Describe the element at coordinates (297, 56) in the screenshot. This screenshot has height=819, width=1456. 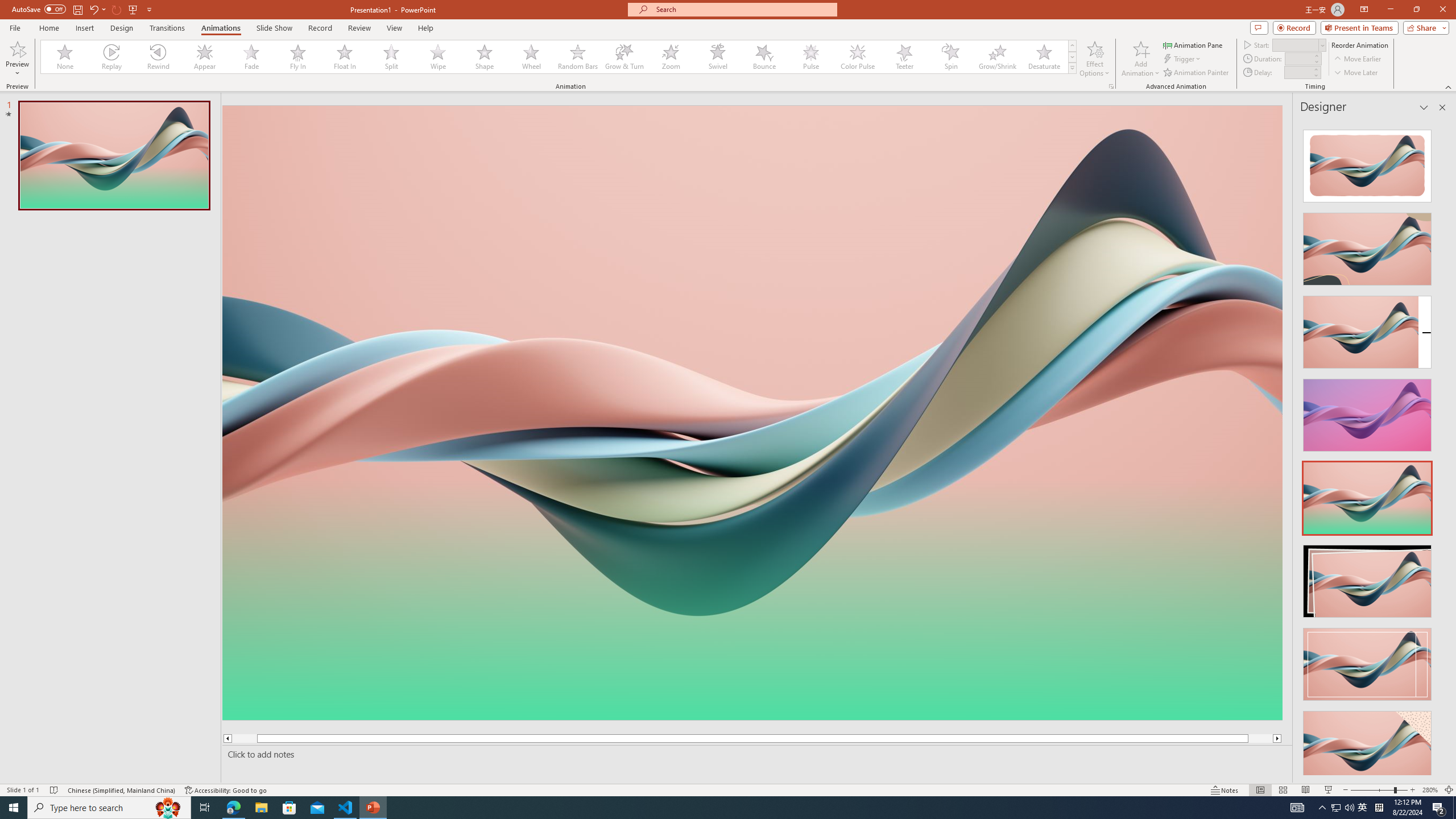
I see `'Fly In'` at that location.